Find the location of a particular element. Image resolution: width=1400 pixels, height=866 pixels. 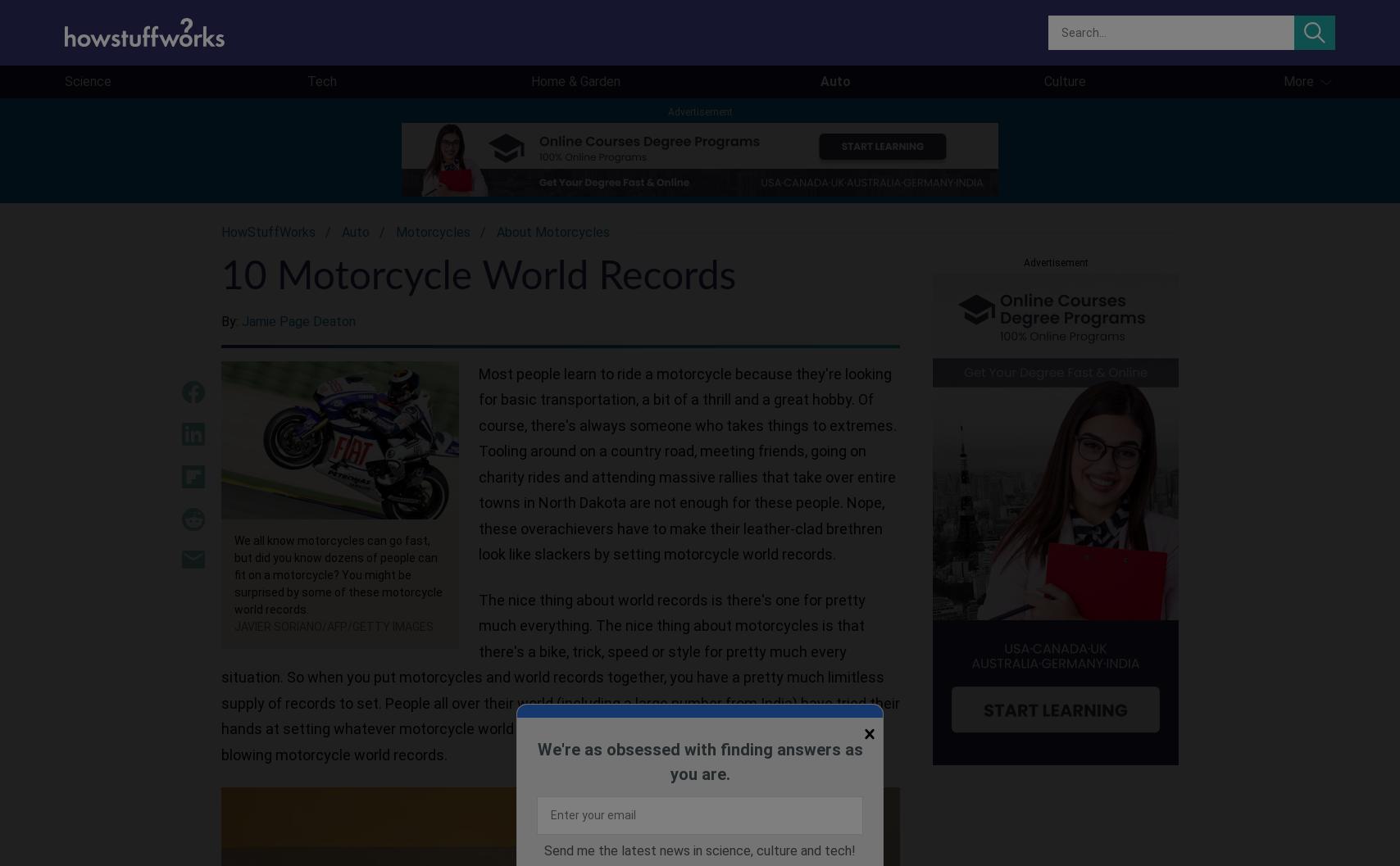

'We're as obsessed with finding answers as you are.' is located at coordinates (699, 761).